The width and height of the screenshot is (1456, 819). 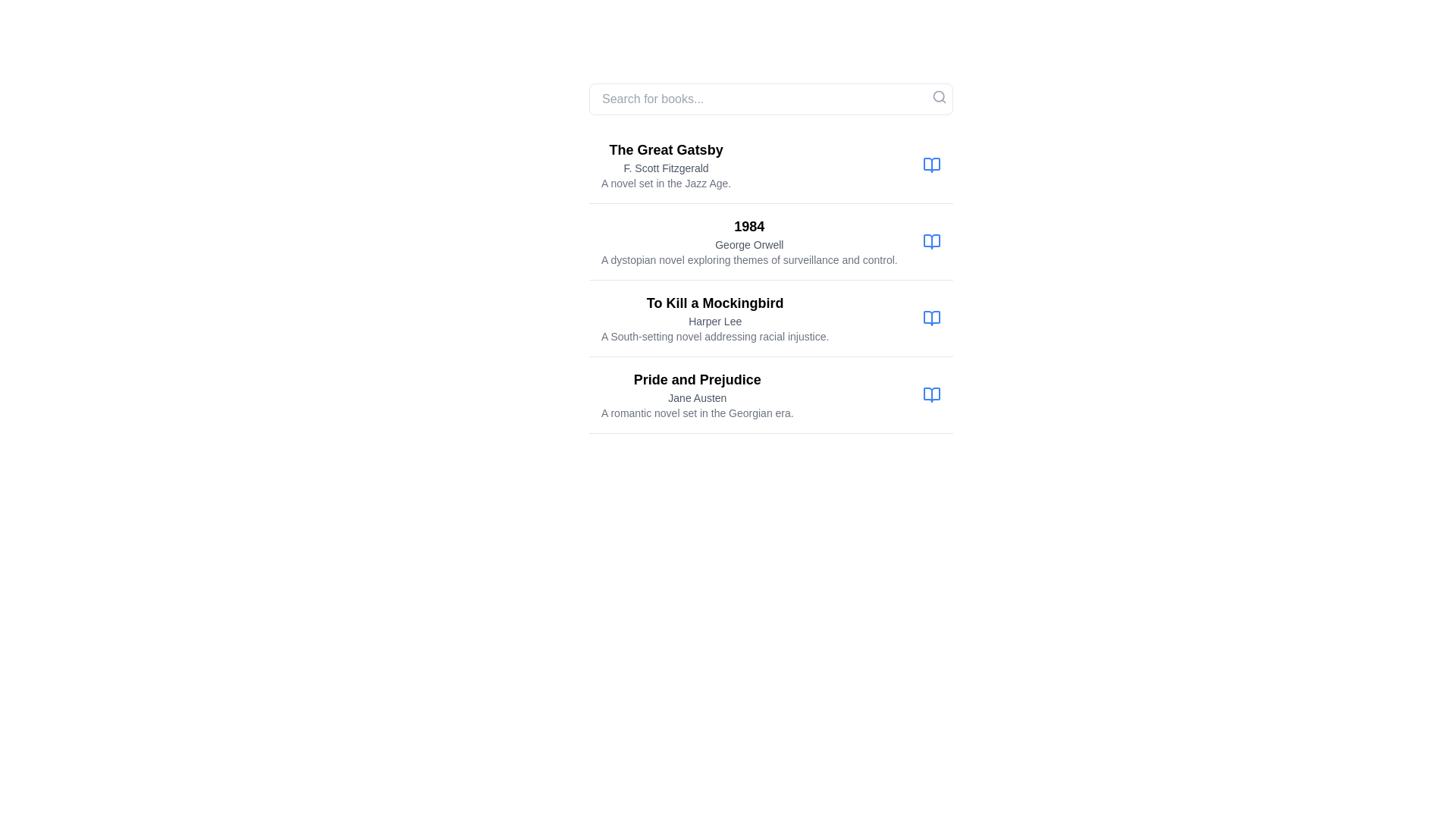 What do you see at coordinates (666, 183) in the screenshot?
I see `the text label that reads 'A novel set in the Jazz Age.', positioned below the title 'The Great Gatsby' and the author's name 'F. Scott Fitzgerald'` at bounding box center [666, 183].